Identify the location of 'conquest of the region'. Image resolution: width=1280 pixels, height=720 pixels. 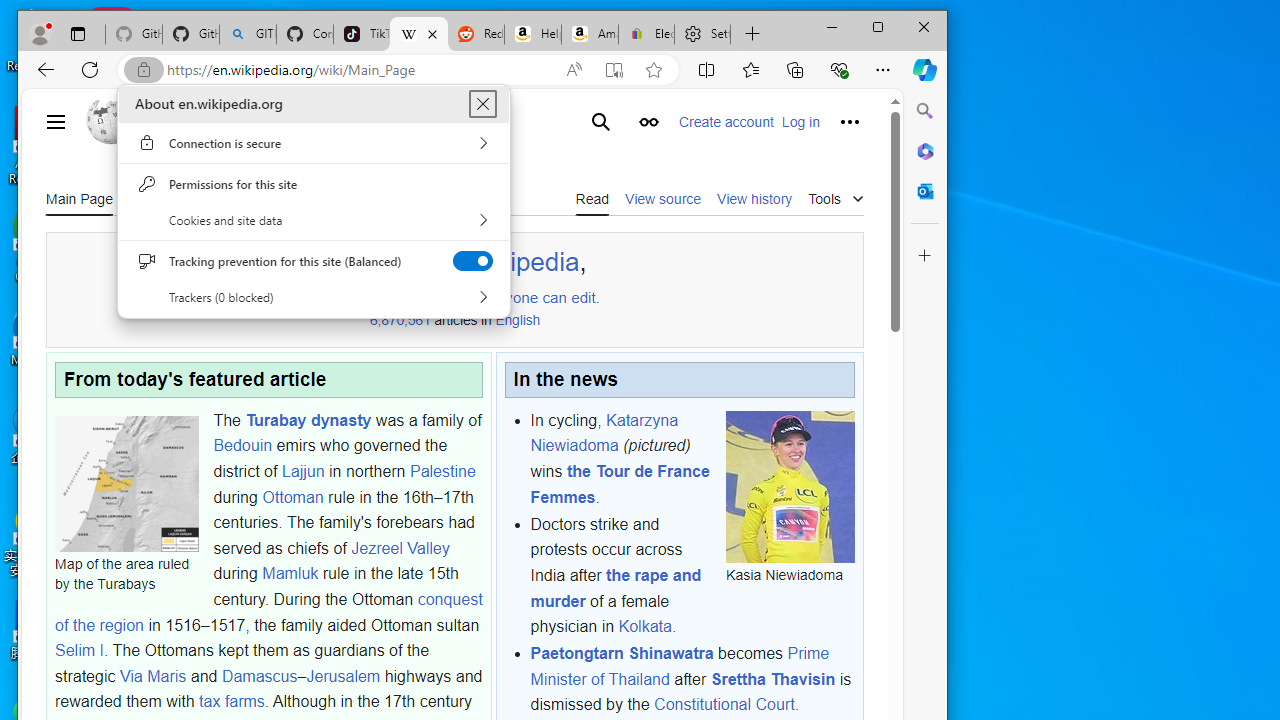
(267, 611).